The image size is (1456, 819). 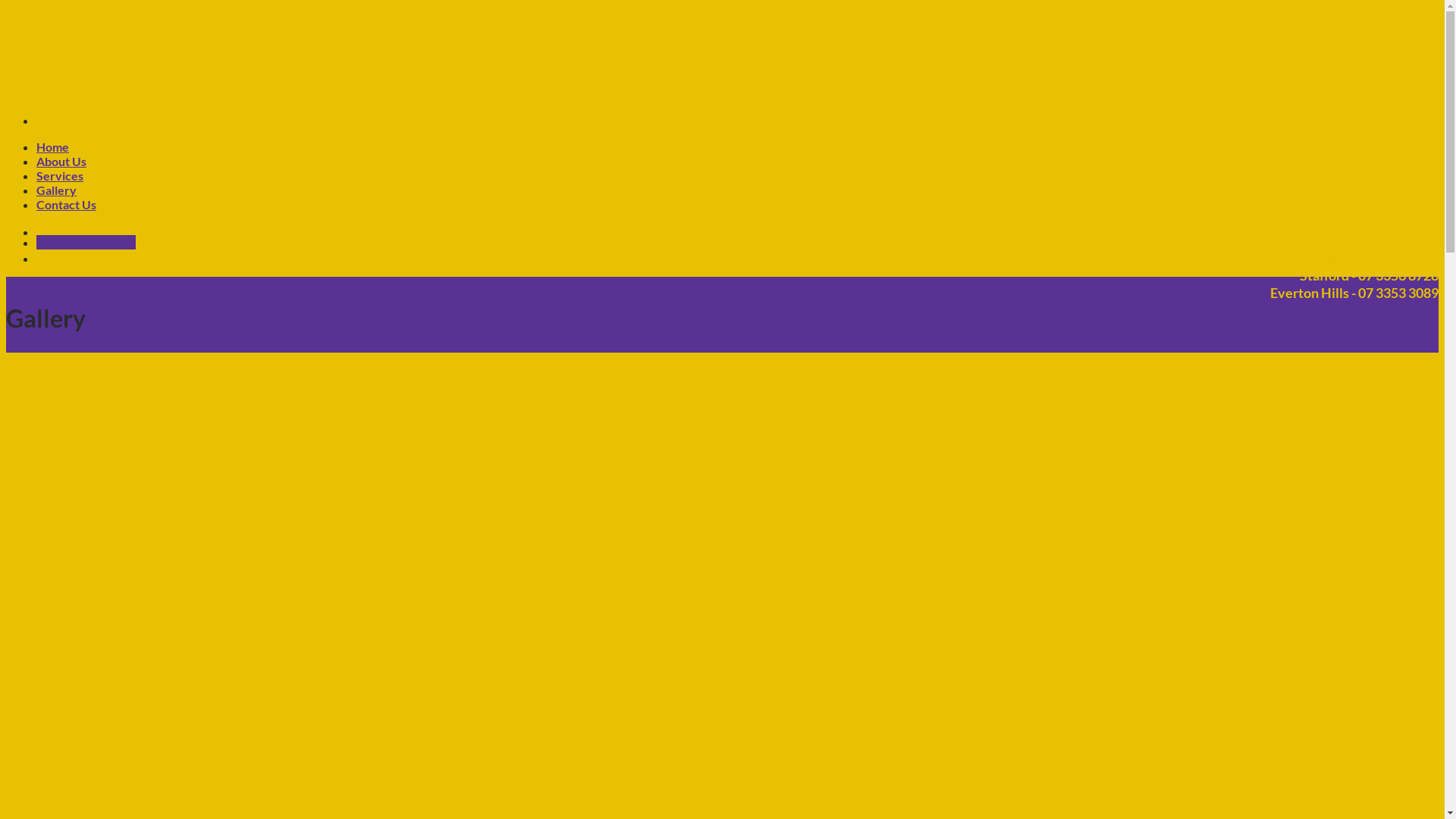 What do you see at coordinates (36, 189) in the screenshot?
I see `'Gallery'` at bounding box center [36, 189].